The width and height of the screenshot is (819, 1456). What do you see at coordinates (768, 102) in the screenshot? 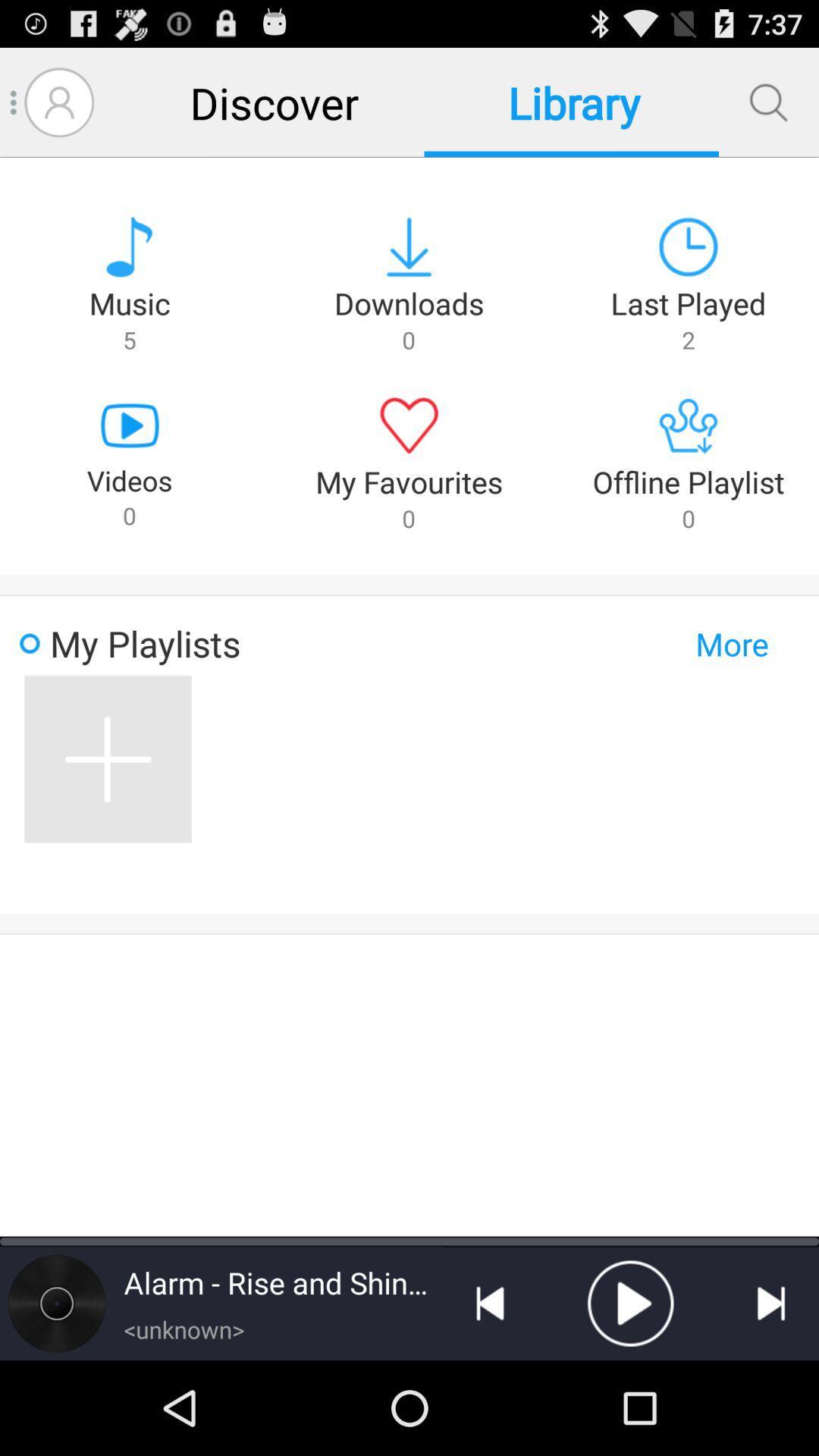
I see `the app to the right of the library icon` at bounding box center [768, 102].